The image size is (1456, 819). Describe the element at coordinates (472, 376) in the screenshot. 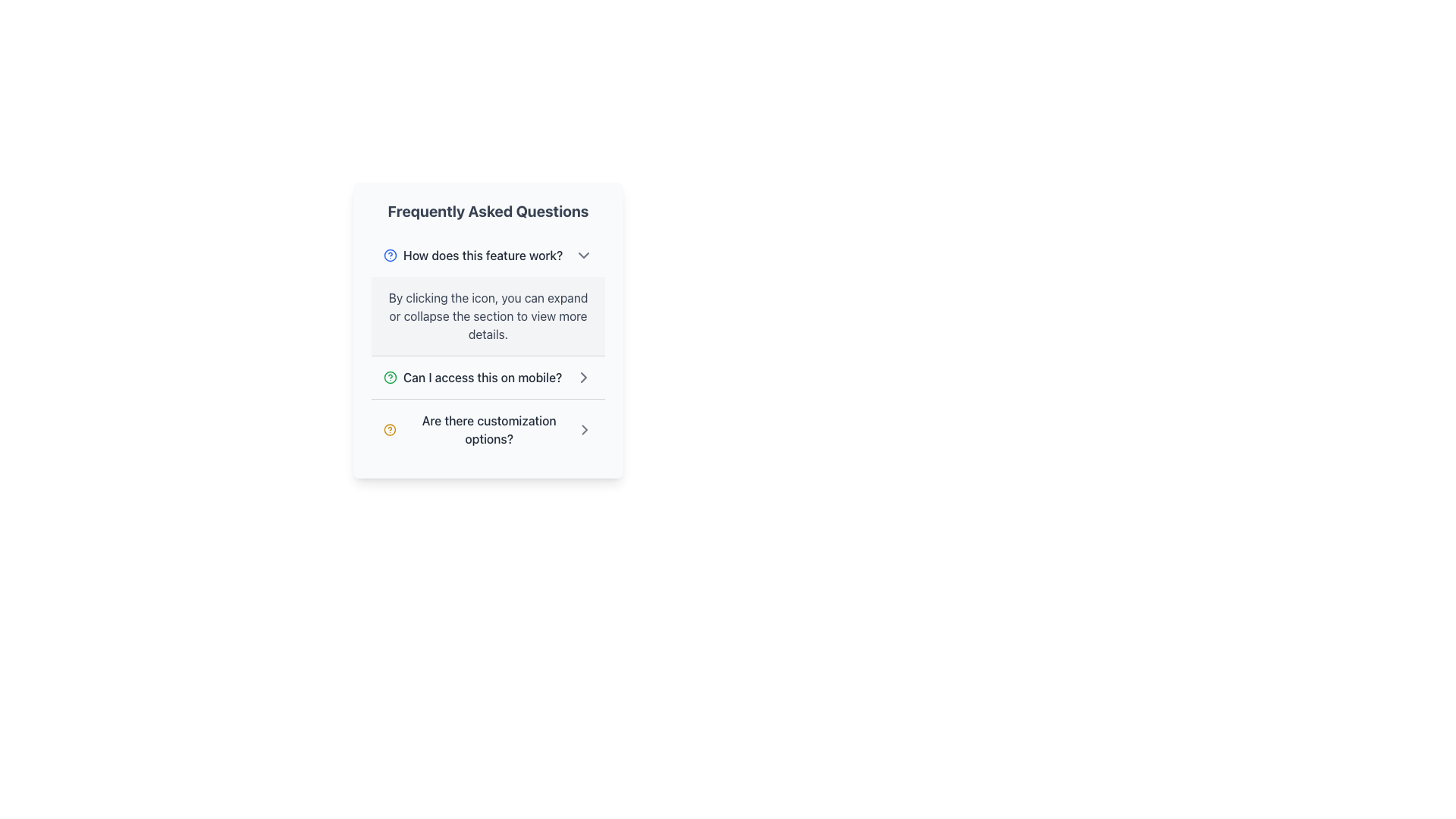

I see `the second question in the FAQ section that allows users` at that location.